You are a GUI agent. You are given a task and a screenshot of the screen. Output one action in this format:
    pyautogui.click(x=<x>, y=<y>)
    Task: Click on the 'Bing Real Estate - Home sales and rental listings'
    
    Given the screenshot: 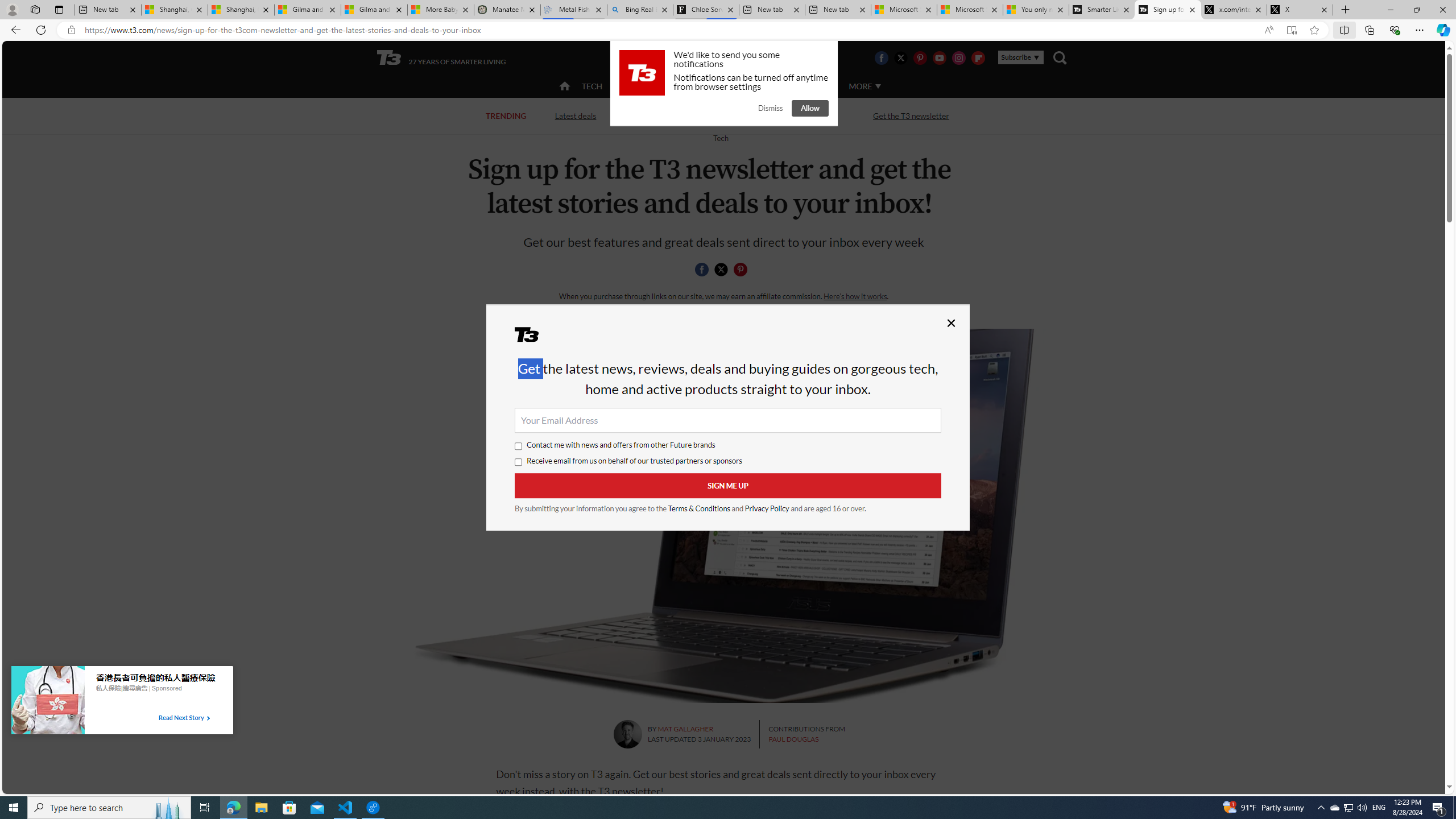 What is the action you would take?
    pyautogui.click(x=640, y=9)
    